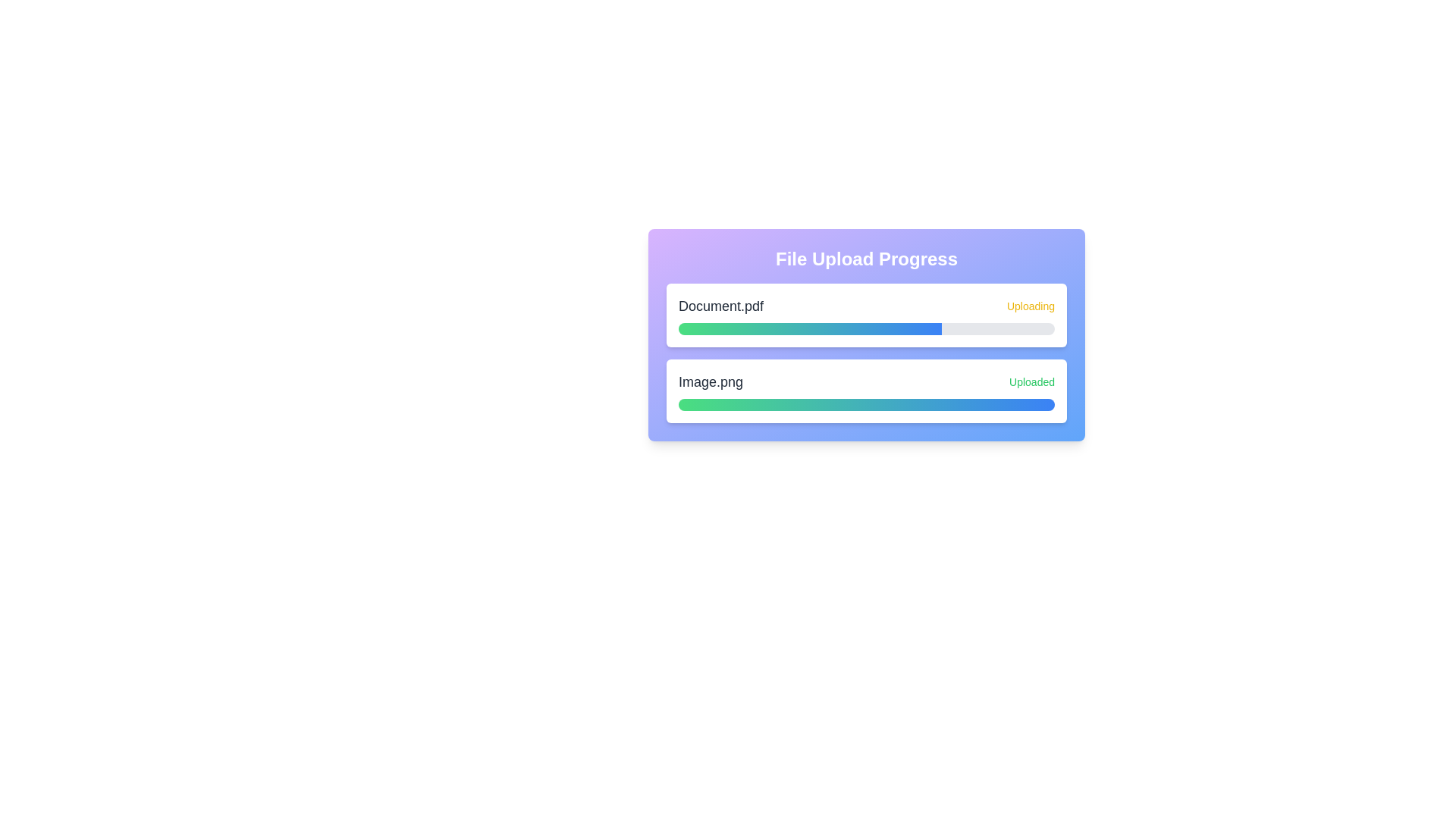 The image size is (1456, 819). What do you see at coordinates (709, 381) in the screenshot?
I see `the text of the file name 'Image.png' for copying or highlighting` at bounding box center [709, 381].